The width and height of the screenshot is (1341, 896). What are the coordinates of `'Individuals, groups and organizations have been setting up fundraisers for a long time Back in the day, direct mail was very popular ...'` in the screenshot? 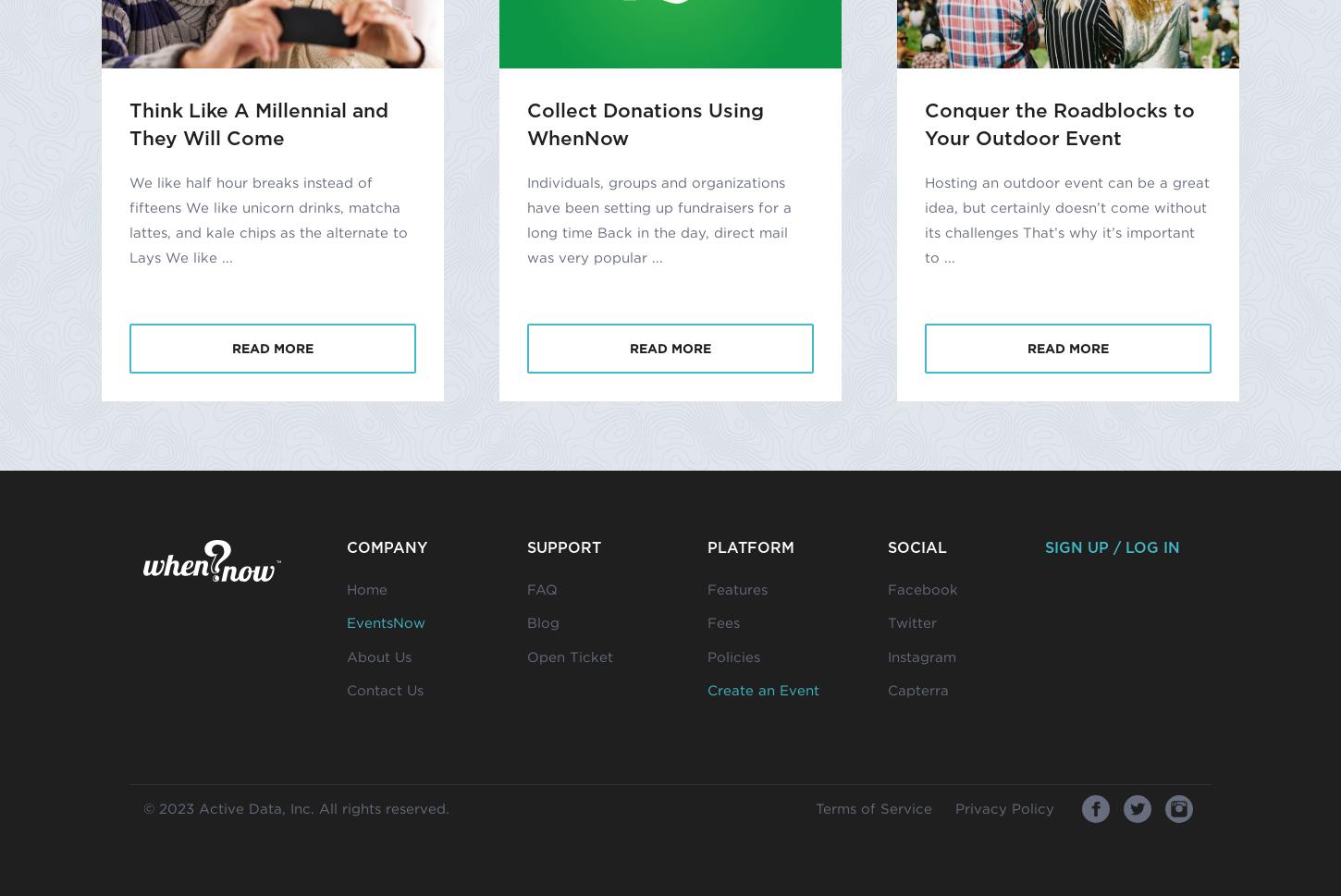 It's located at (658, 218).